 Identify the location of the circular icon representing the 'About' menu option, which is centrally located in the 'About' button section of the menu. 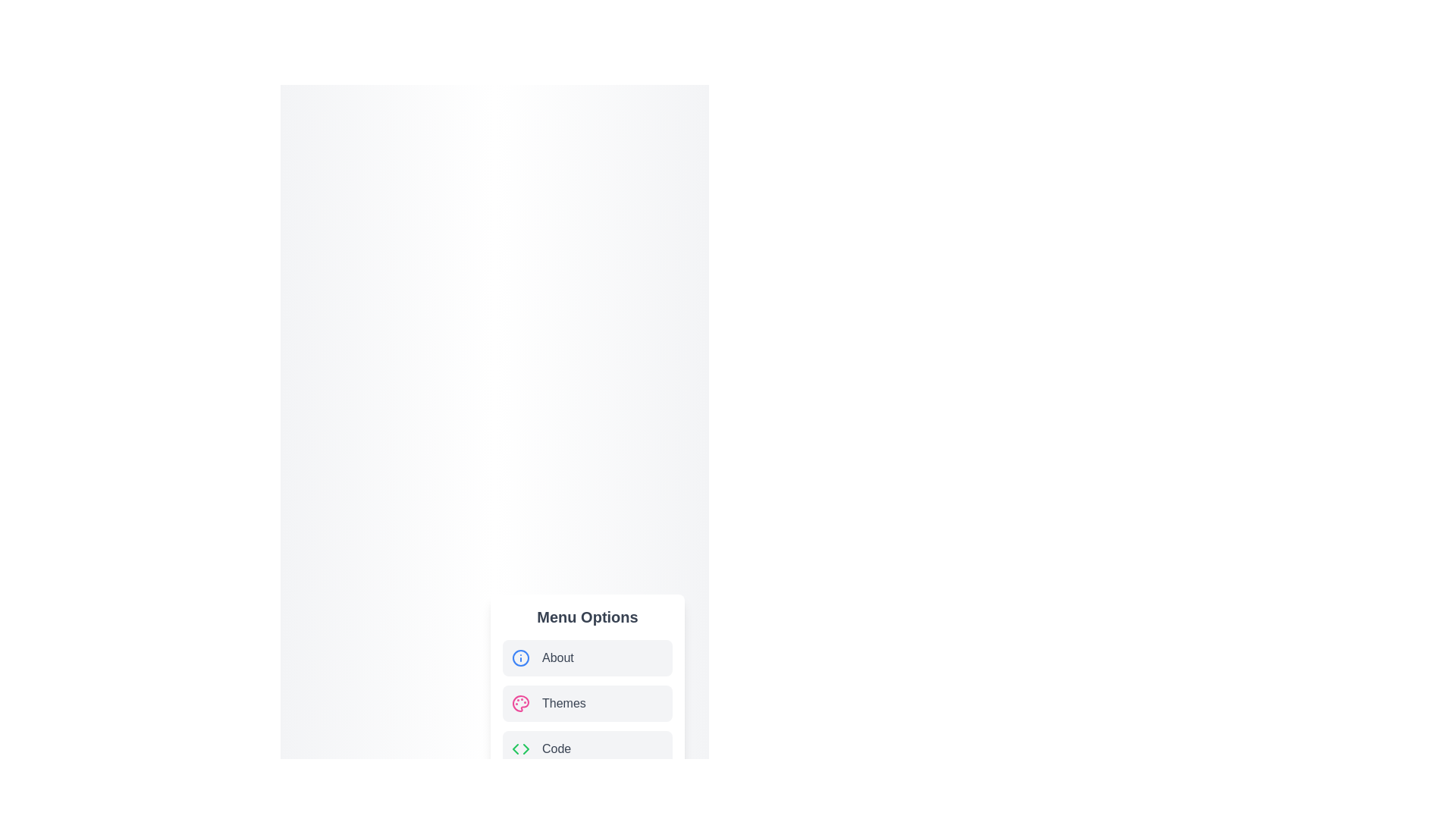
(520, 657).